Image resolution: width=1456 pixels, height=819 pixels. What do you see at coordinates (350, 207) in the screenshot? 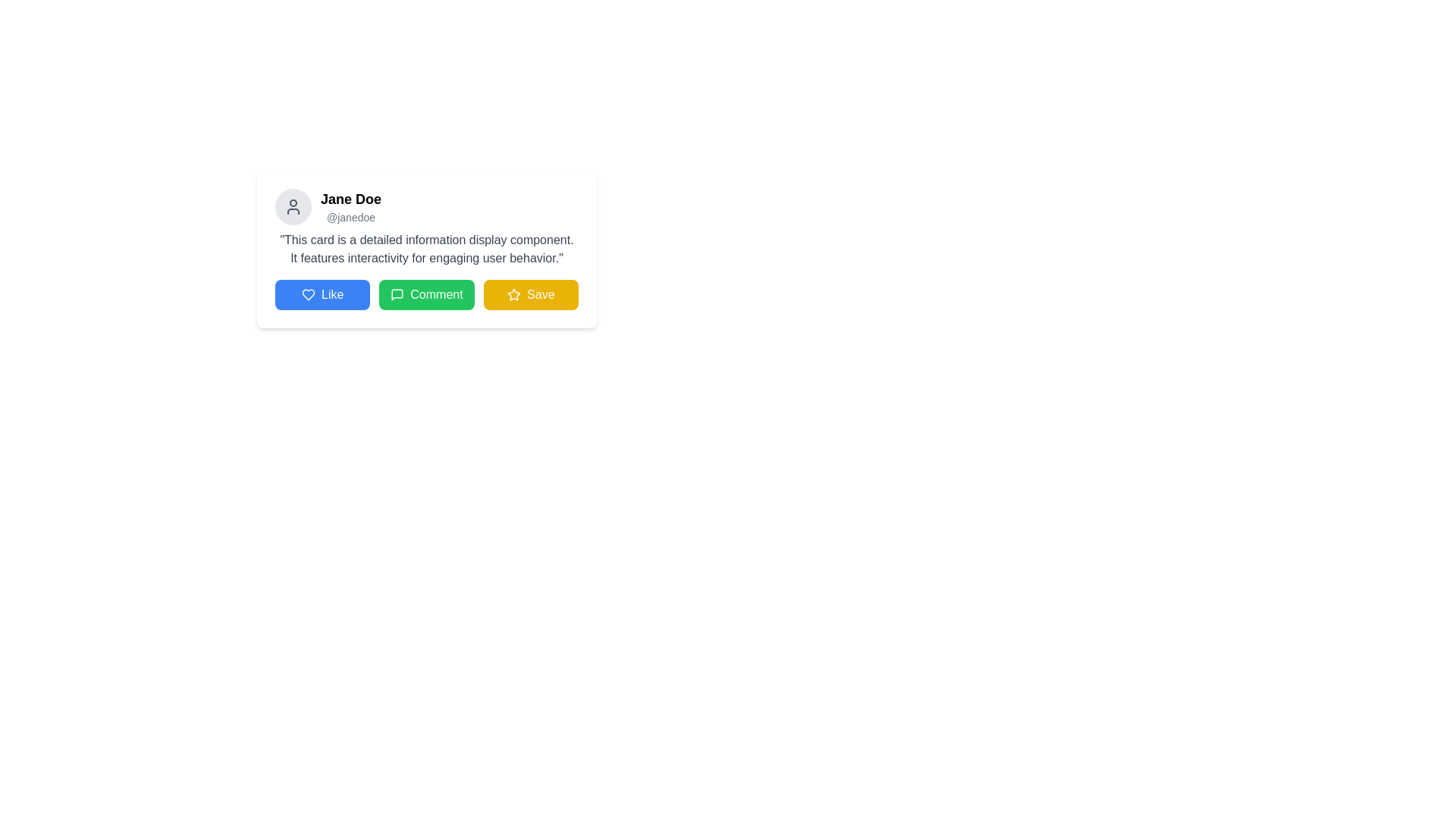
I see `text displayed in the text block containing the name and username of the user, which is positioned above a descriptive text block and to the right of a circular profile icon within the card component` at bounding box center [350, 207].